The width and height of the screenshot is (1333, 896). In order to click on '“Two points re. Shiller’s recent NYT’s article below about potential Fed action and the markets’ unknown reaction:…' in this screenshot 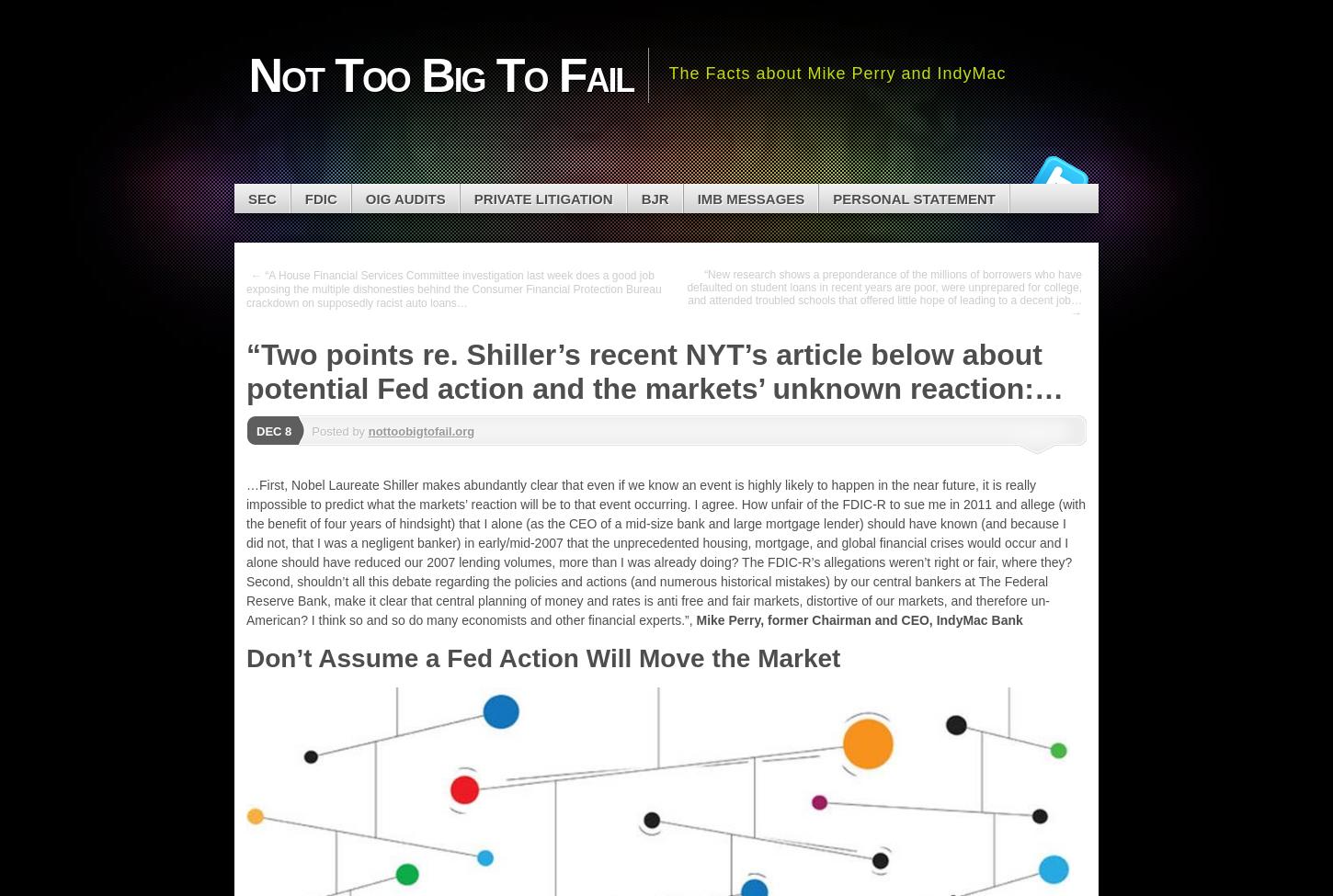, I will do `click(654, 371)`.